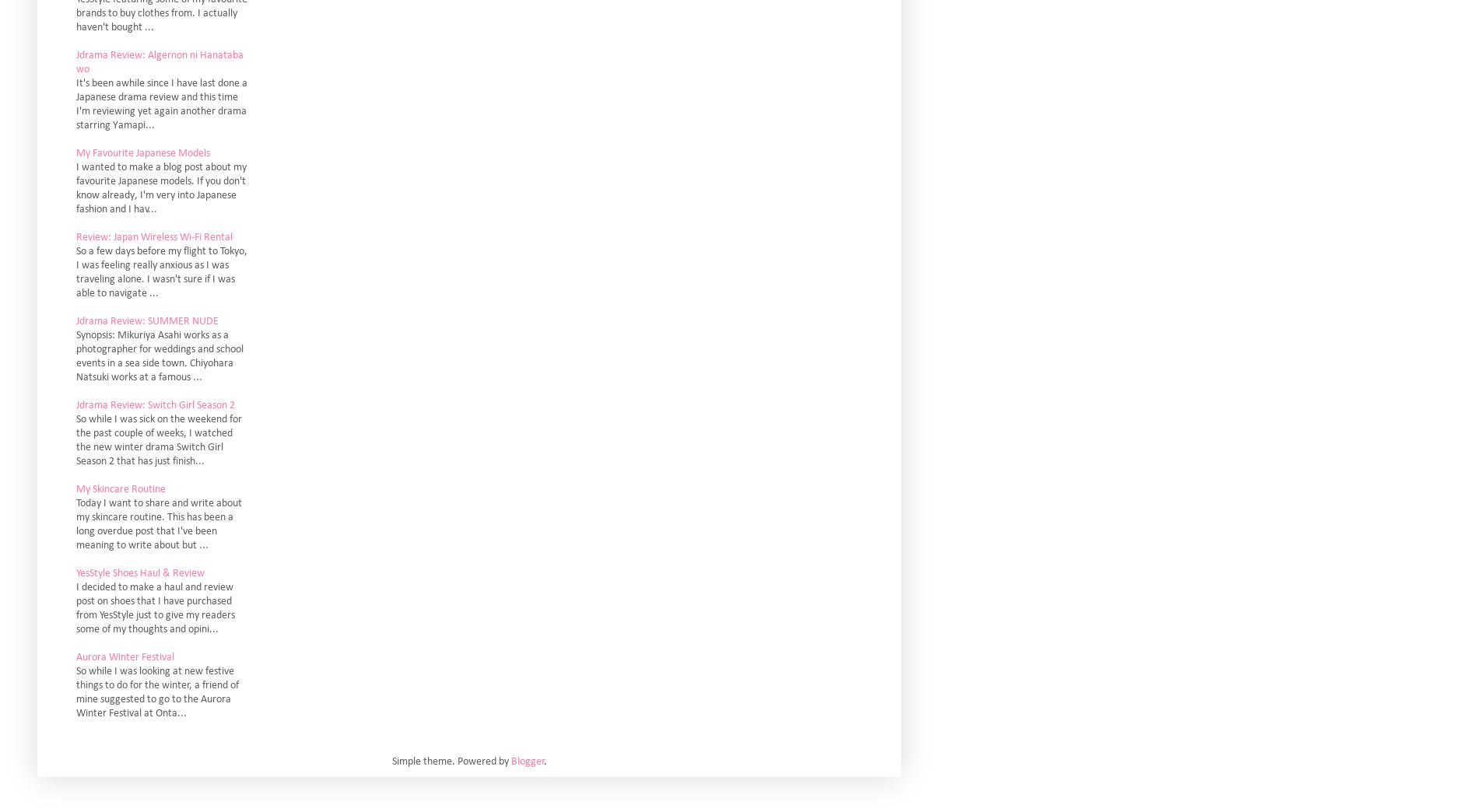 This screenshot has width=1477, height=812. I want to click on 'My Skincare Routine', so click(121, 488).